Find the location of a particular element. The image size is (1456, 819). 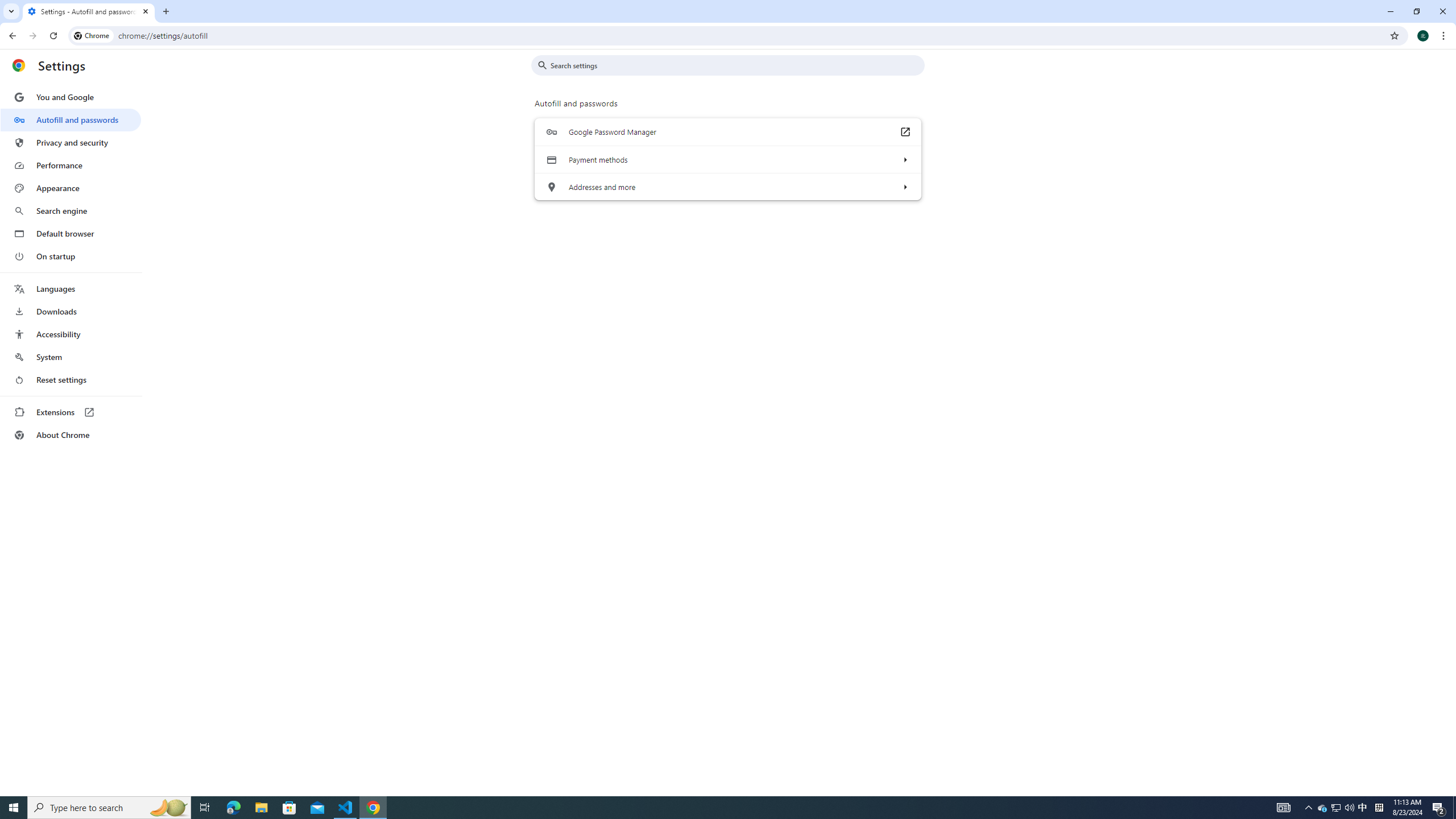

'AutomationID: menu' is located at coordinates (71, 266).